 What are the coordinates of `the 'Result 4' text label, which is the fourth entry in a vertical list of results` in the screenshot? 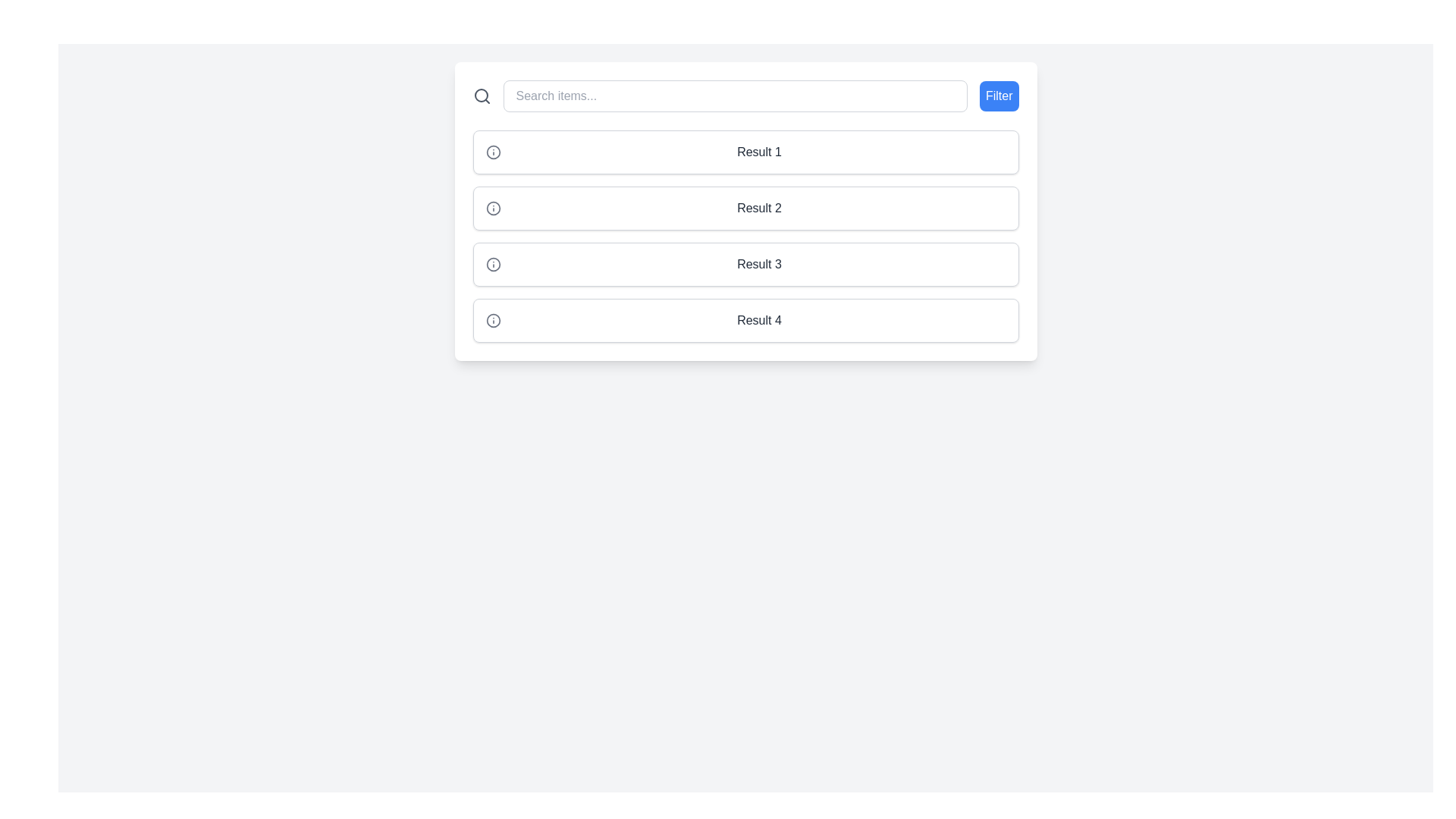 It's located at (759, 320).